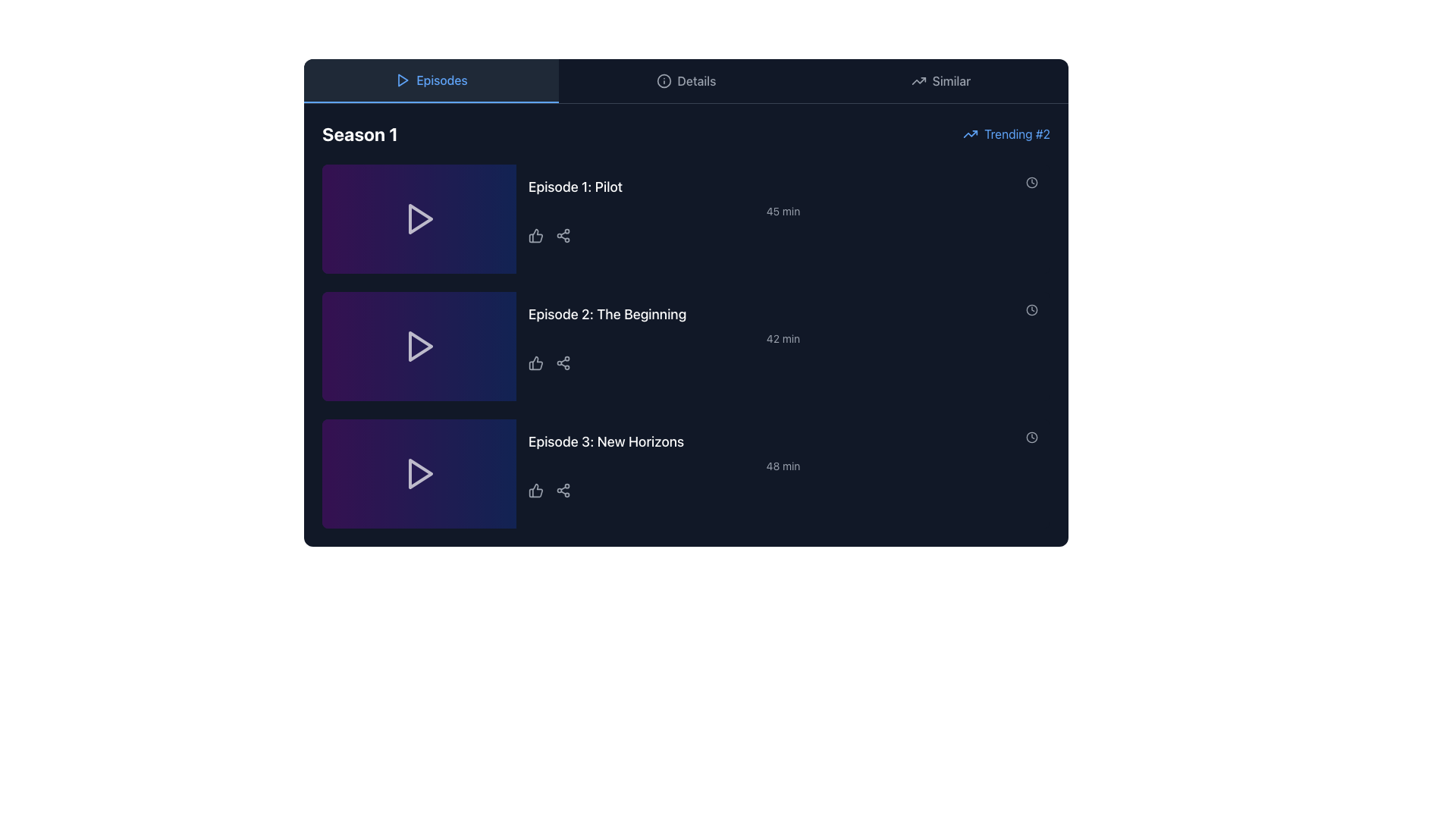 This screenshot has width=1456, height=819. Describe the element at coordinates (783, 465) in the screenshot. I see `the text label indicating the duration of 'Episode 3: New Horizons', which is located at the bottom-right of the card, below the main textual content` at that location.